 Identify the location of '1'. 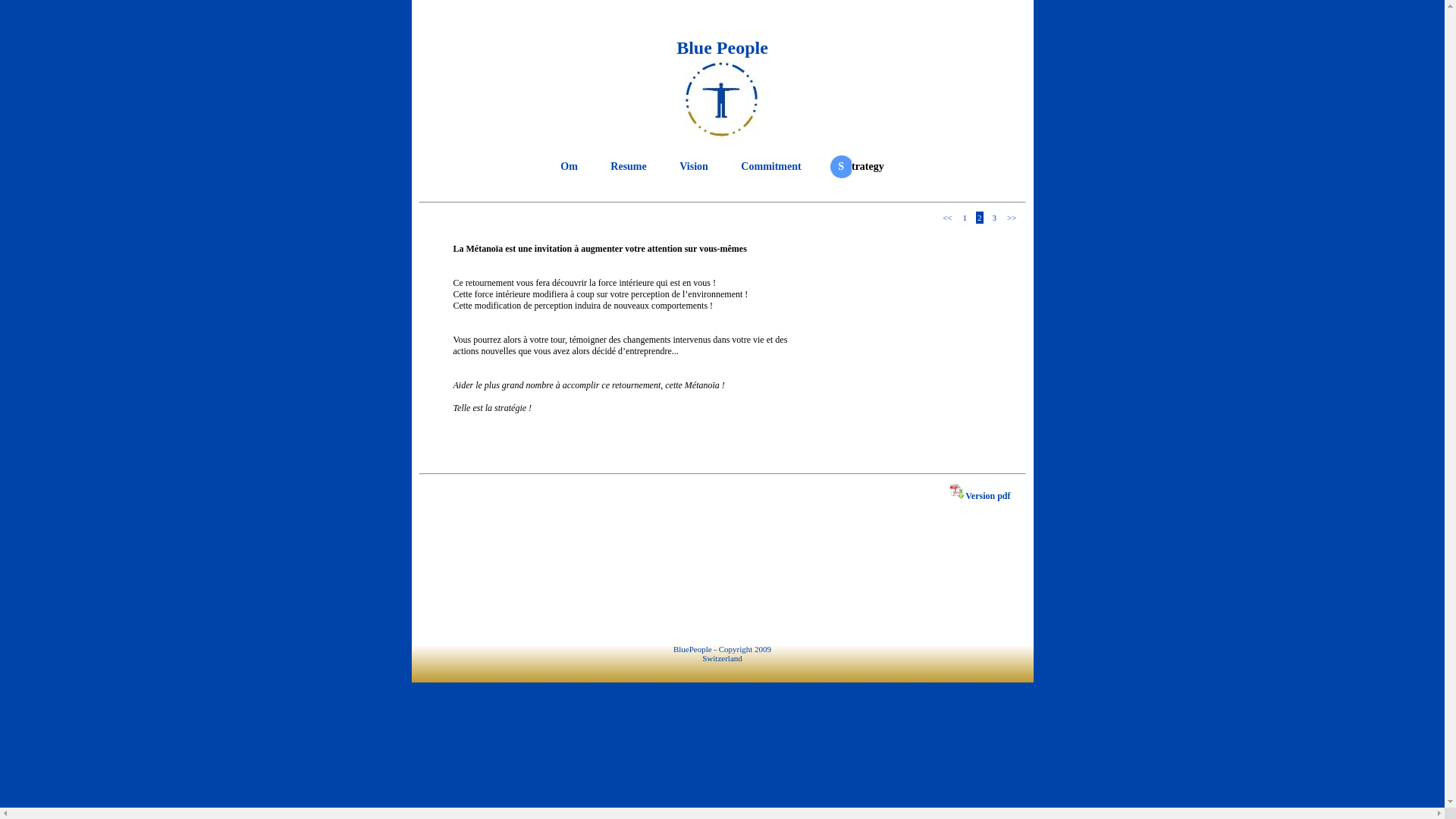
(964, 217).